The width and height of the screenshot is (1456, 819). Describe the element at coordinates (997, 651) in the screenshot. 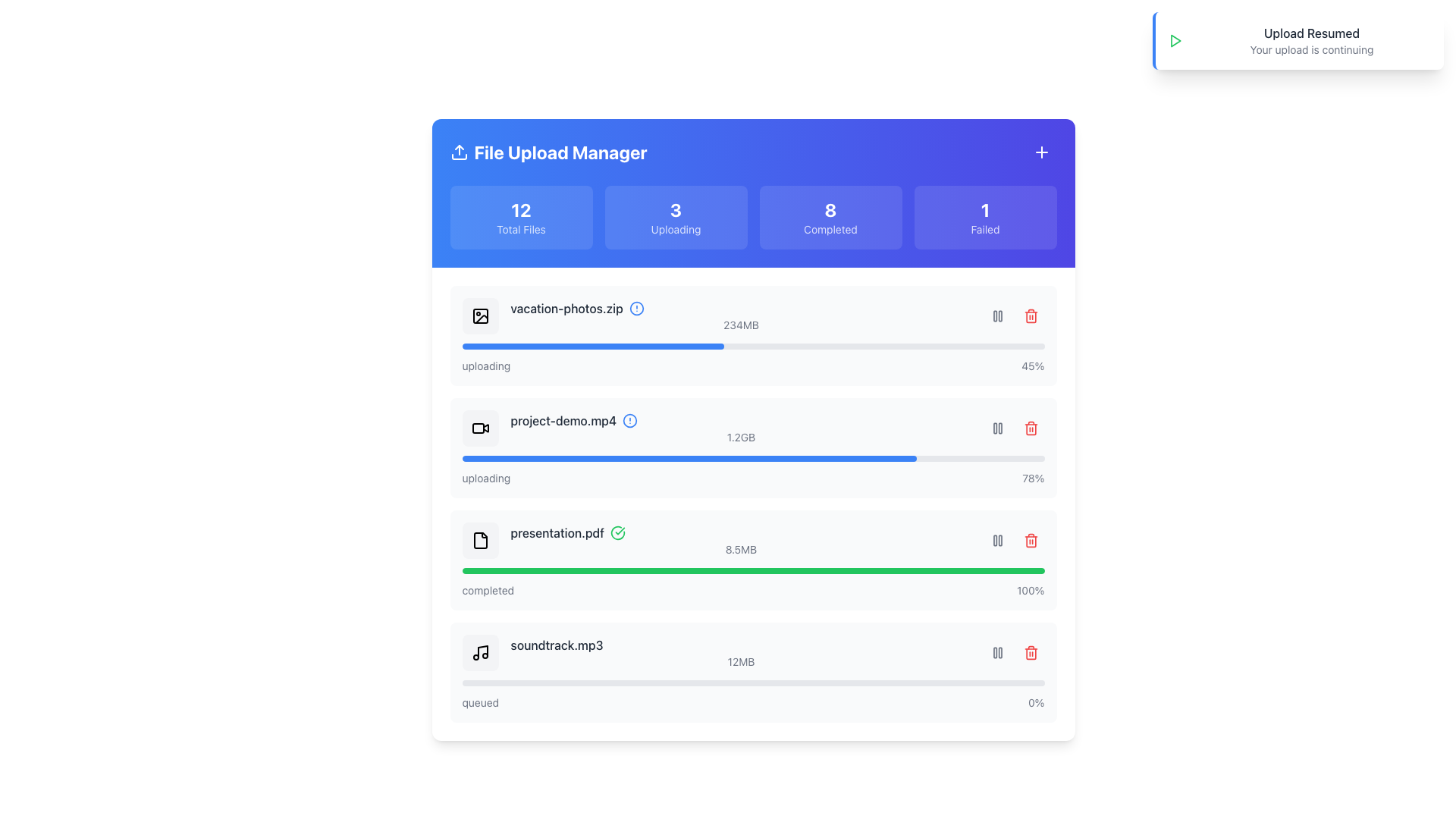

I see `the pause icon button located in the right section of the file list entry for 'soundtrack.mp3'` at that location.